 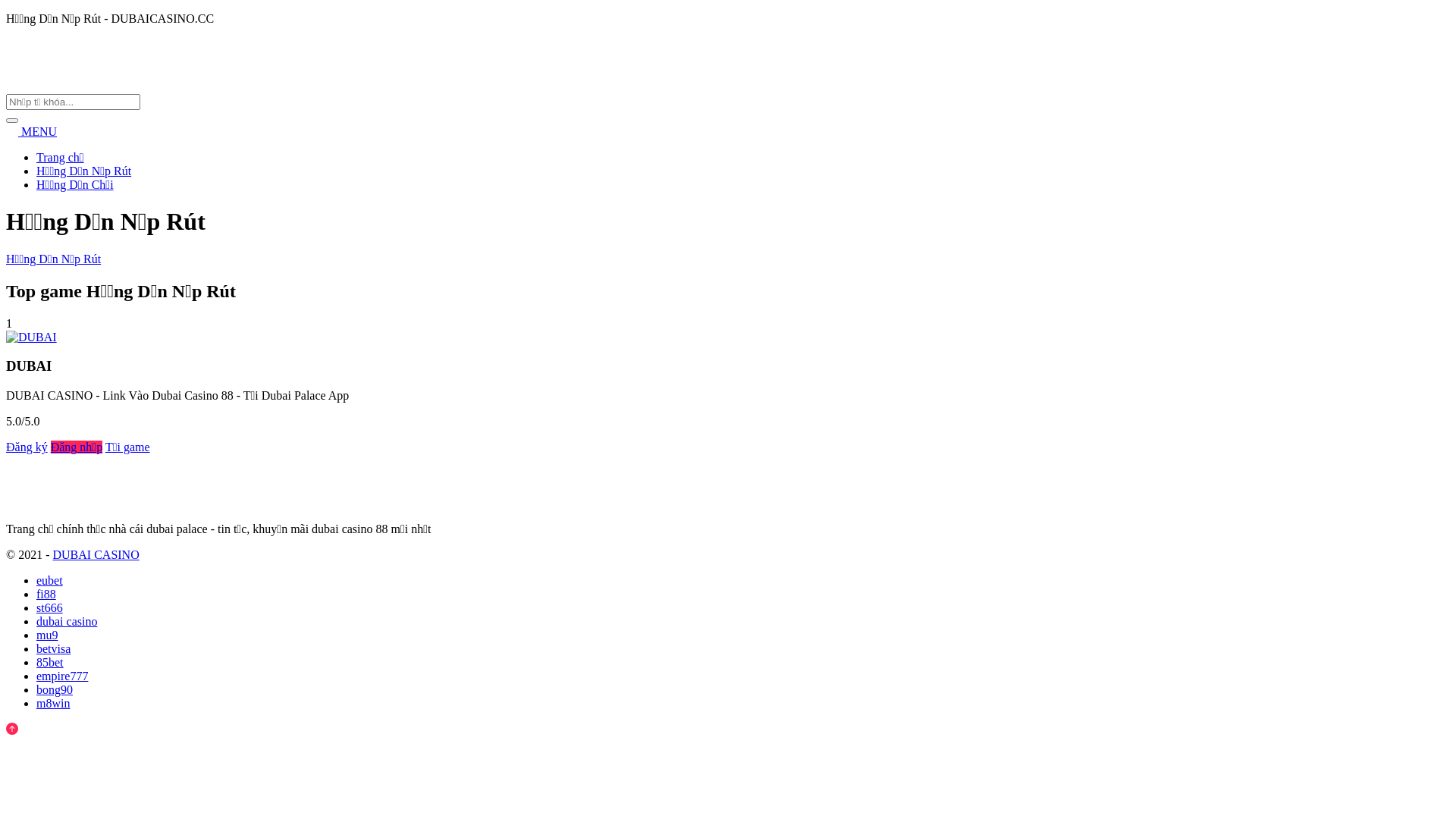 What do you see at coordinates (6, 336) in the screenshot?
I see `'DUBAI'` at bounding box center [6, 336].